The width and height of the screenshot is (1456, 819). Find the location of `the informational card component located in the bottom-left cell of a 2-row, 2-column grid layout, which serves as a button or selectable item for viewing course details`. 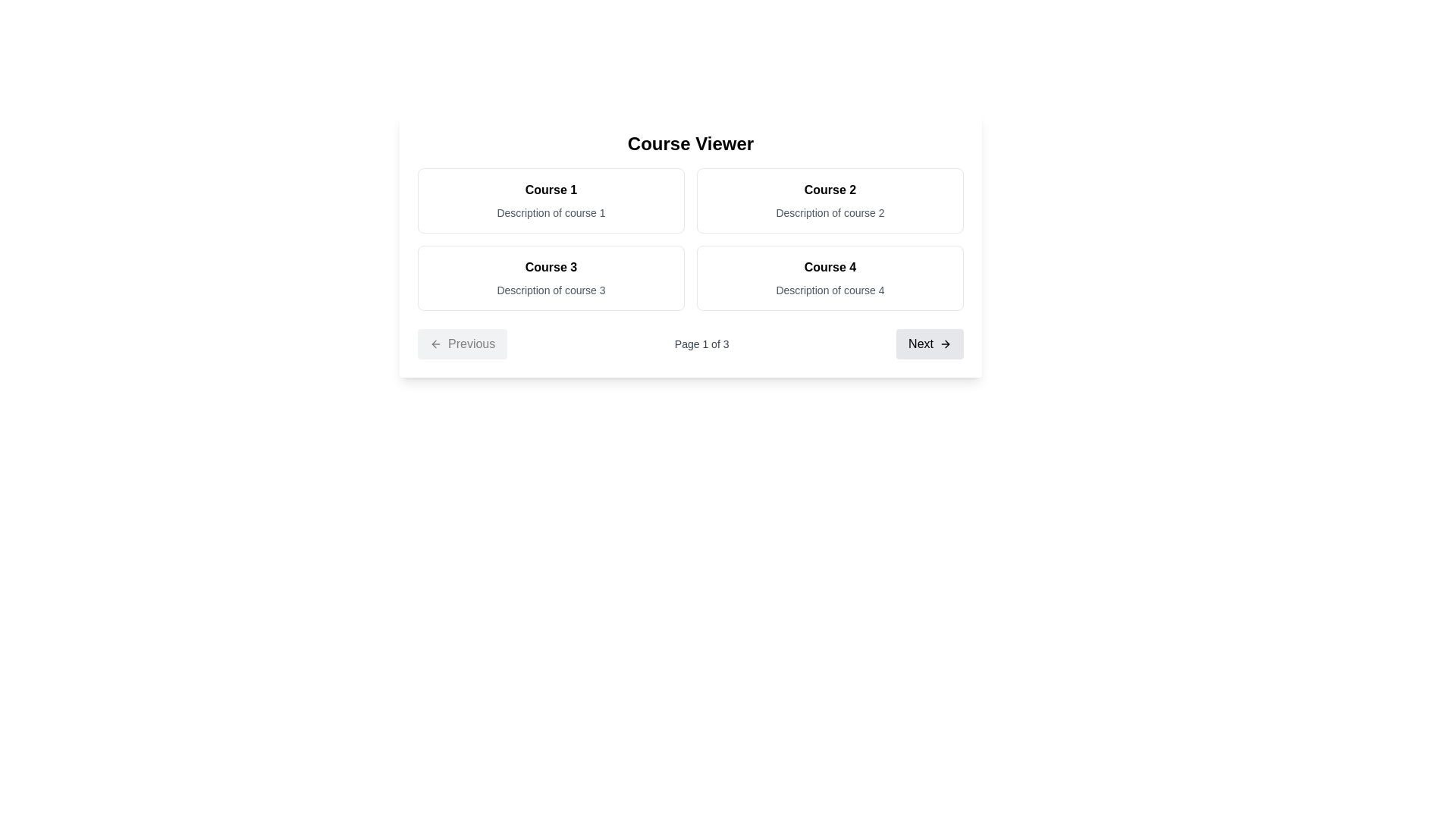

the informational card component located in the bottom-left cell of a 2-row, 2-column grid layout, which serves as a button or selectable item for viewing course details is located at coordinates (550, 278).